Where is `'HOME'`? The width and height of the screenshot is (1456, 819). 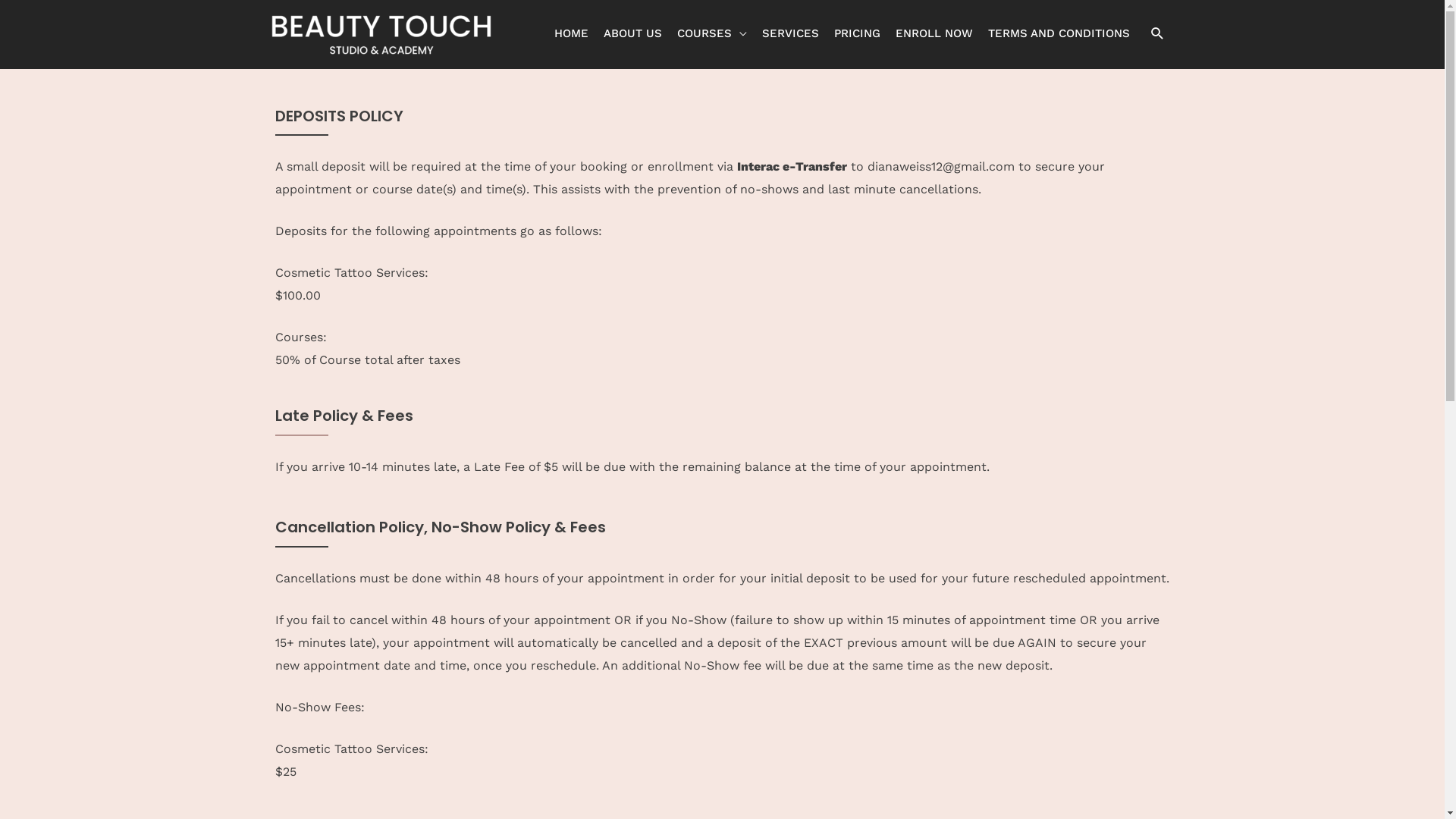
'HOME' is located at coordinates (546, 33).